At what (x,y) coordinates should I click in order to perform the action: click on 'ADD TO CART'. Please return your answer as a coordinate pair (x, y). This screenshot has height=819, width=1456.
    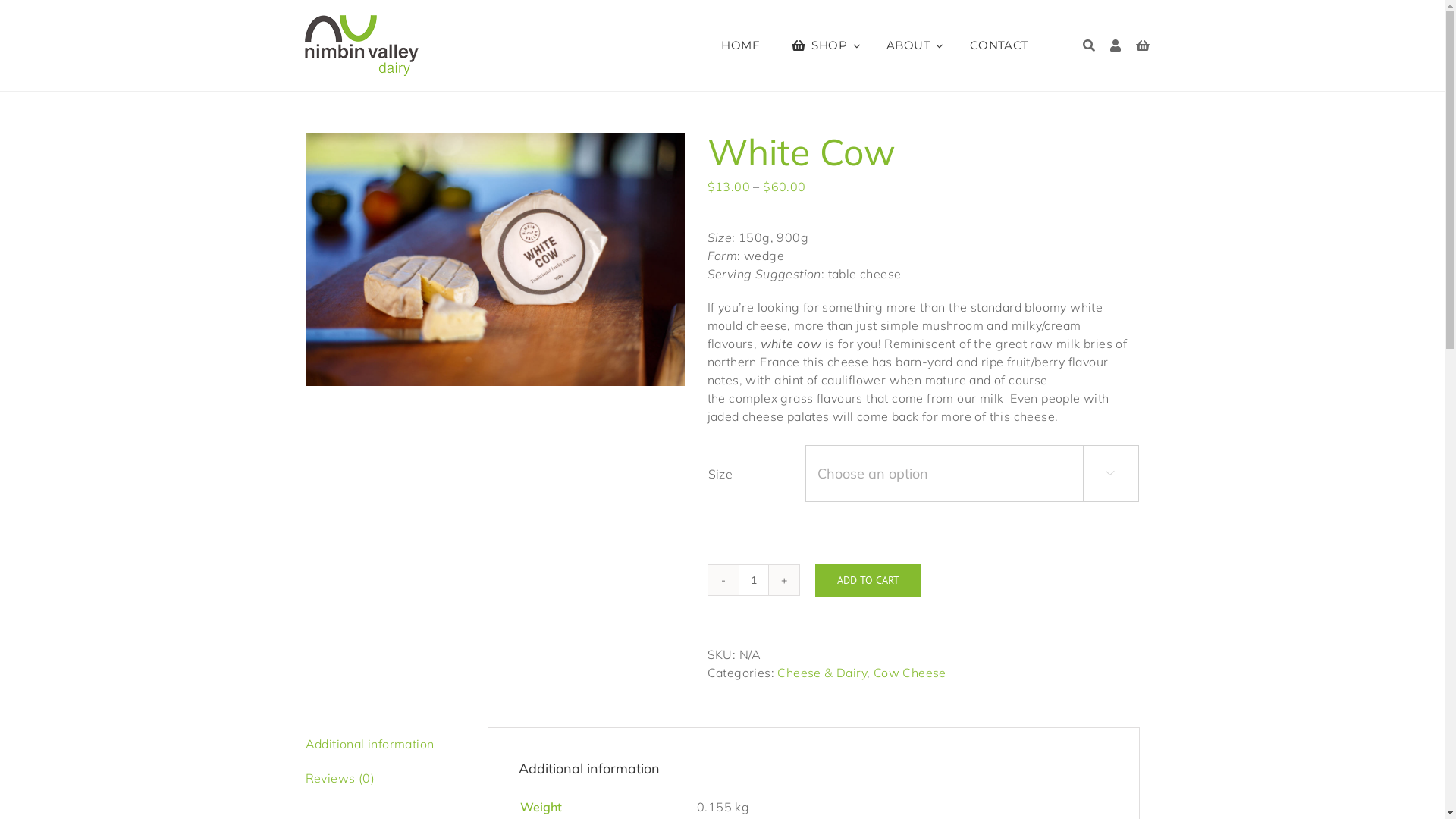
    Looking at the image, I should click on (867, 580).